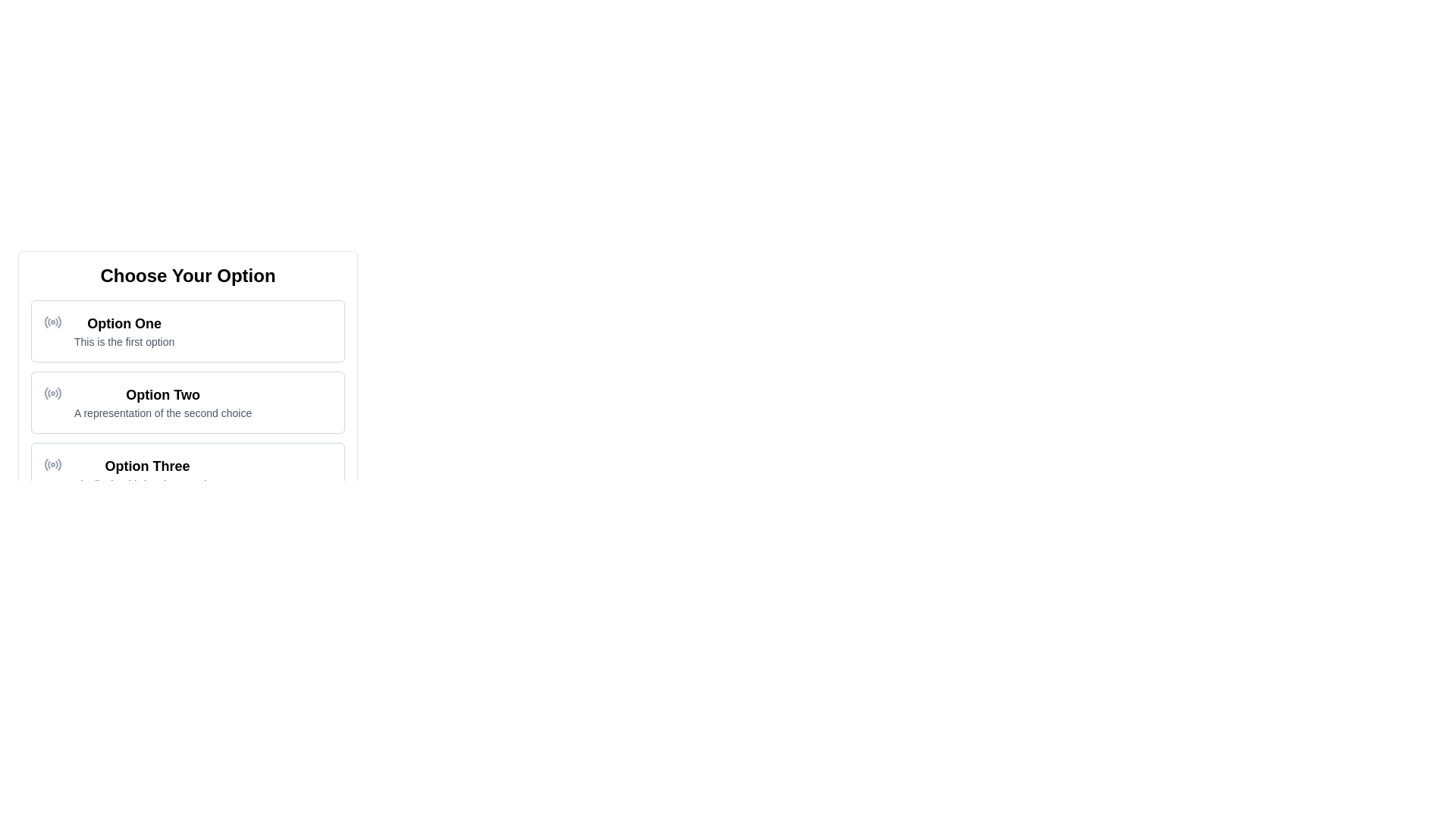  What do you see at coordinates (59, 321) in the screenshot?
I see `the visual representation of the radio button icon element, which is a curved line segment part of a radiating pattern located near the 'Option One' text` at bounding box center [59, 321].